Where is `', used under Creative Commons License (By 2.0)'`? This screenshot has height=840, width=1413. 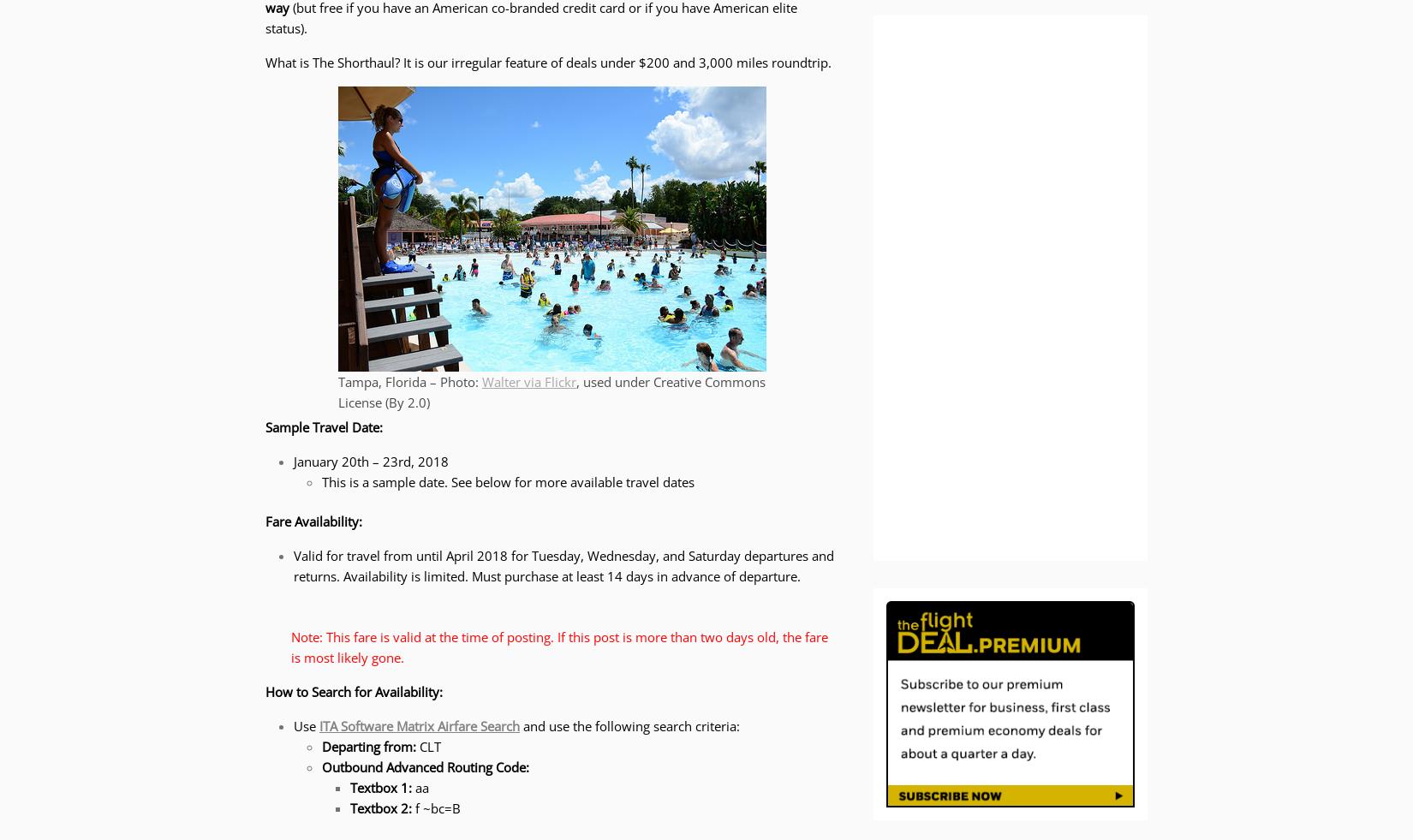
', used under Creative Commons License (By 2.0)' is located at coordinates (551, 390).